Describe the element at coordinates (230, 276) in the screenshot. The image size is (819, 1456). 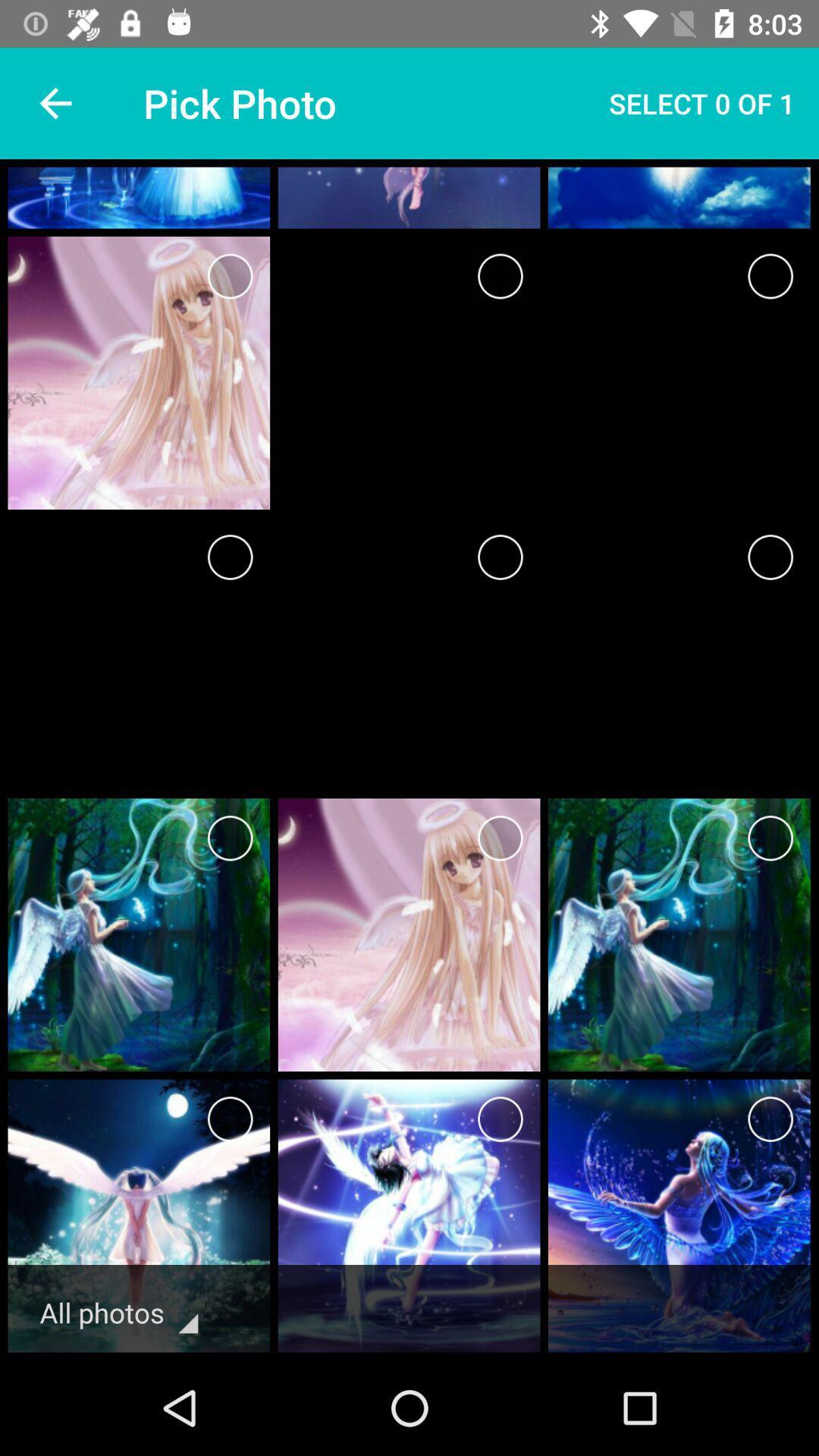
I see `click photo page` at that location.